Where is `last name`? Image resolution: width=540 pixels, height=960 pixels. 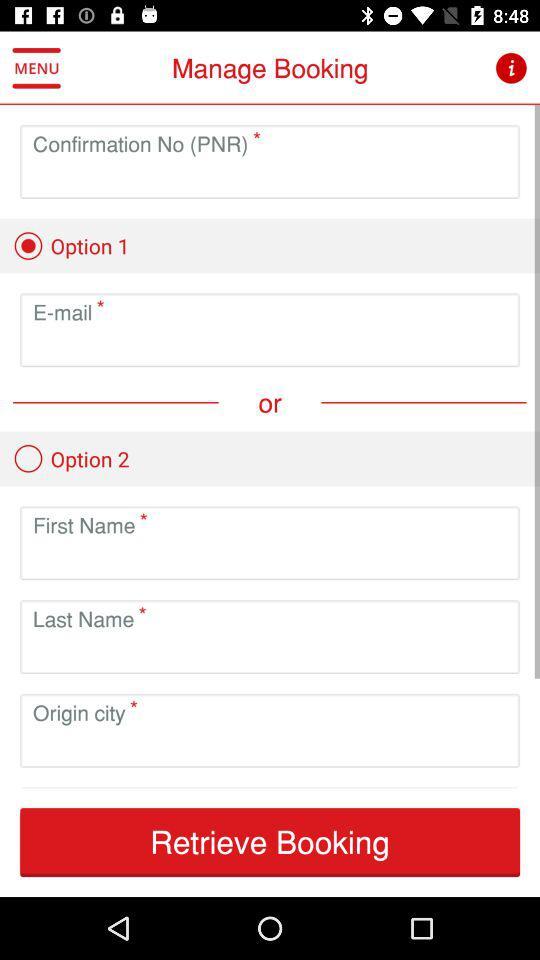 last name is located at coordinates (270, 651).